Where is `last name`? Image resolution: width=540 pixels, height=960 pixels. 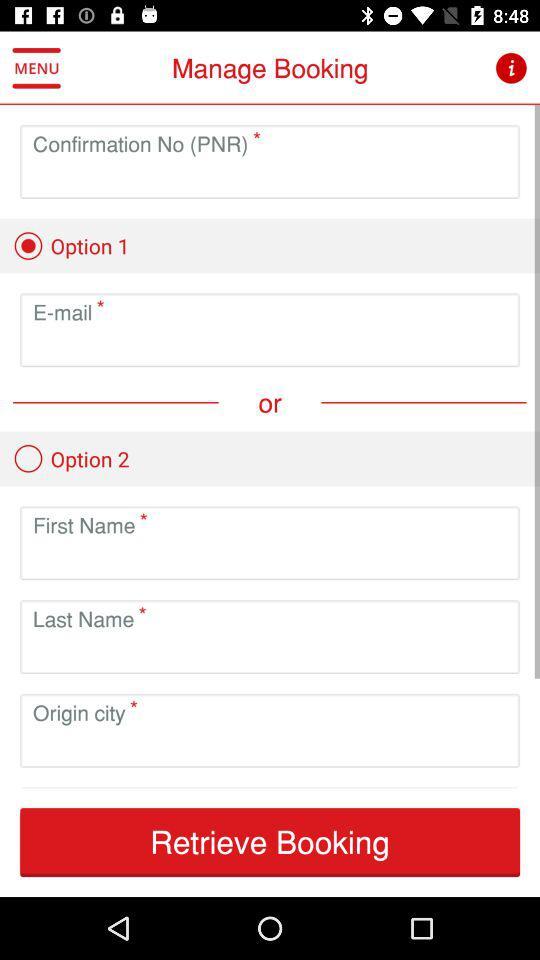 last name is located at coordinates (270, 651).